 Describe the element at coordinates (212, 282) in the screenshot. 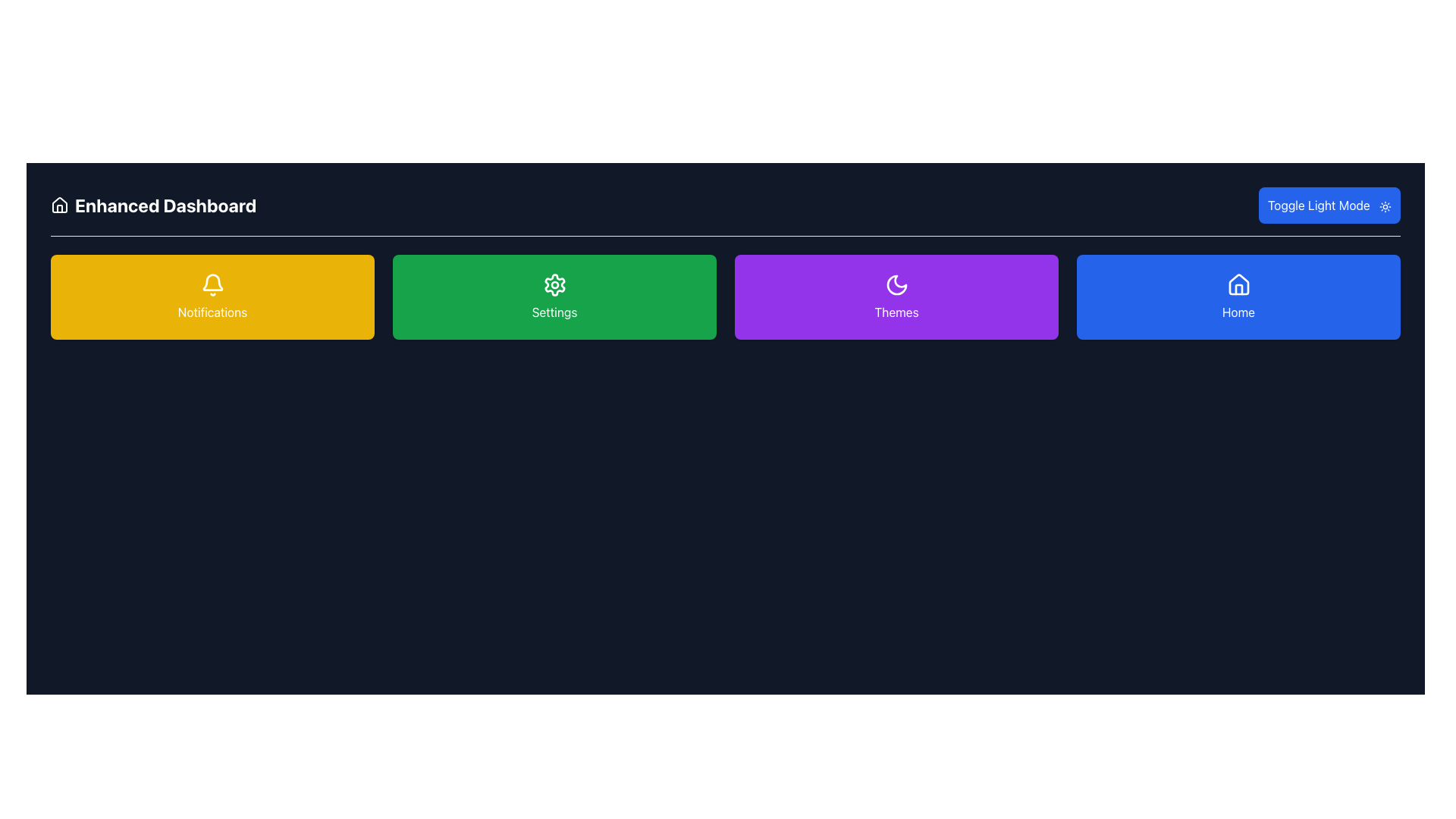

I see `the bell icon that represents notifications, centrally aligned within the 'Notifications' button, which is the first button from the left in a row of four buttons near the top of the interface` at that location.